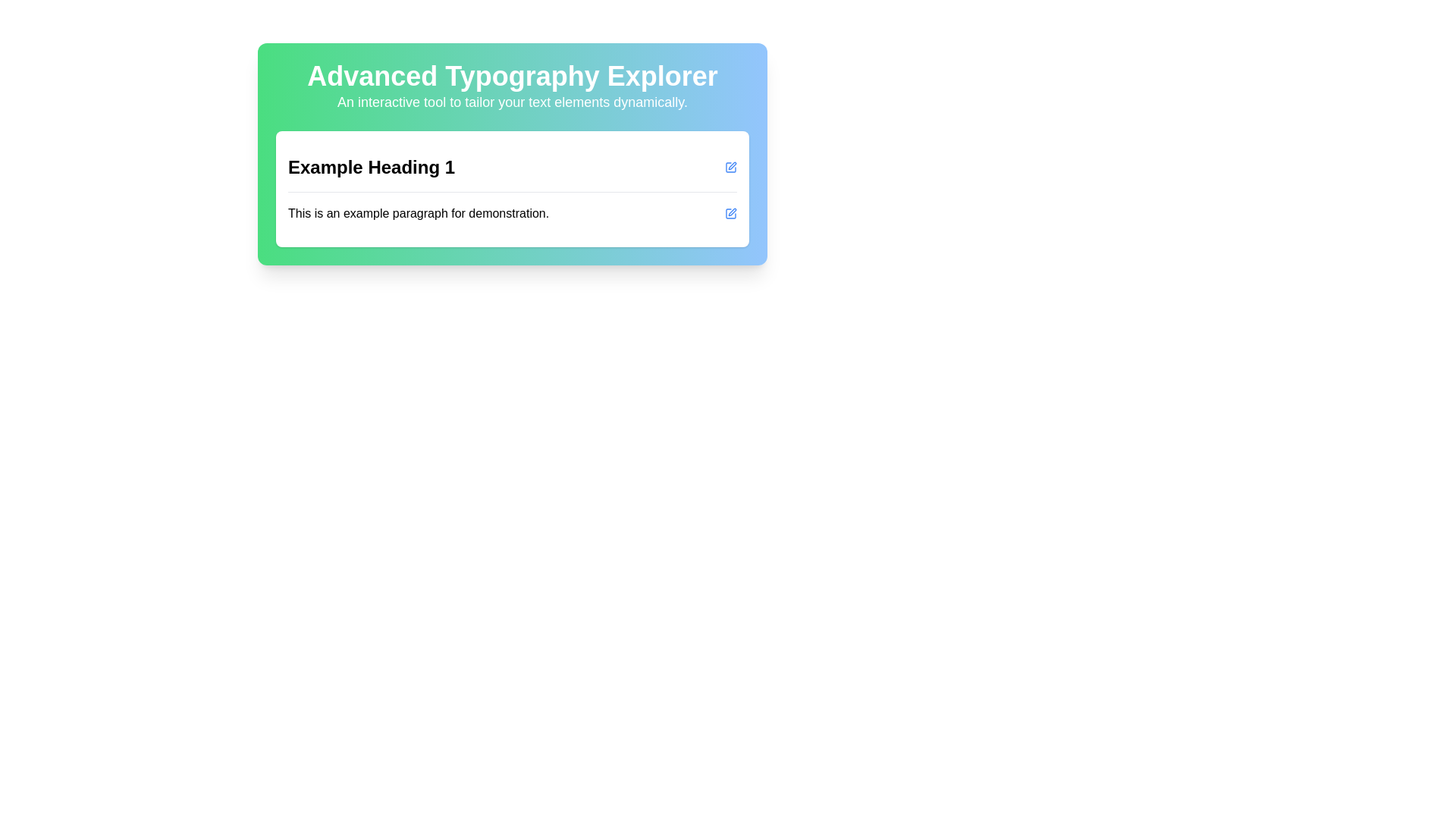 Image resolution: width=1456 pixels, height=819 pixels. I want to click on the heading element with the text 'Example Heading 1', which is prominently displayed at the top of the content area in a bold font, so click(371, 167).